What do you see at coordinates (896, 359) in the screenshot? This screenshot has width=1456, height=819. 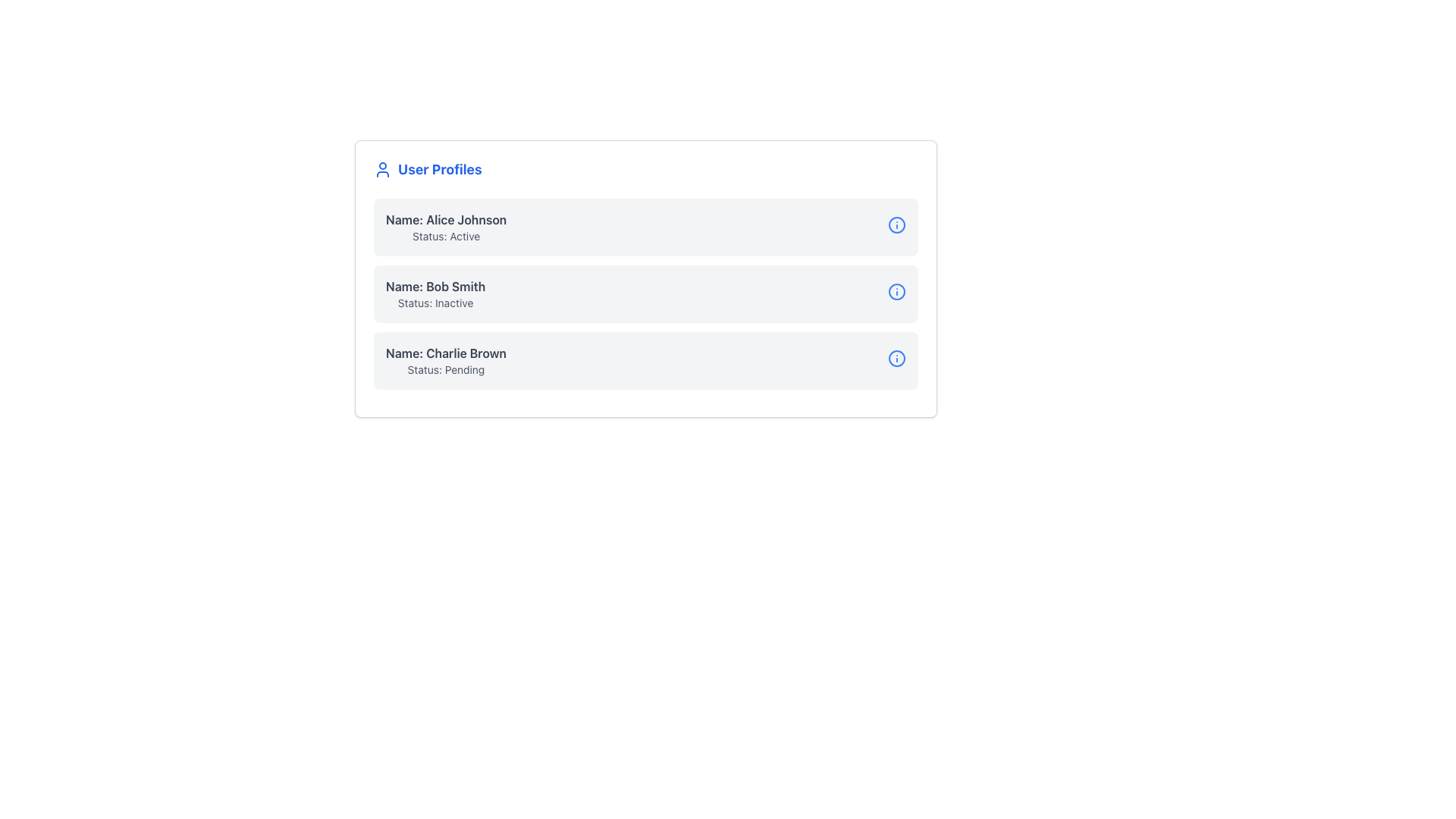 I see `the informational icon button located at the far right of the last user profile entry, which is aligned horizontally with 'Name: Charlie Brown'` at bounding box center [896, 359].